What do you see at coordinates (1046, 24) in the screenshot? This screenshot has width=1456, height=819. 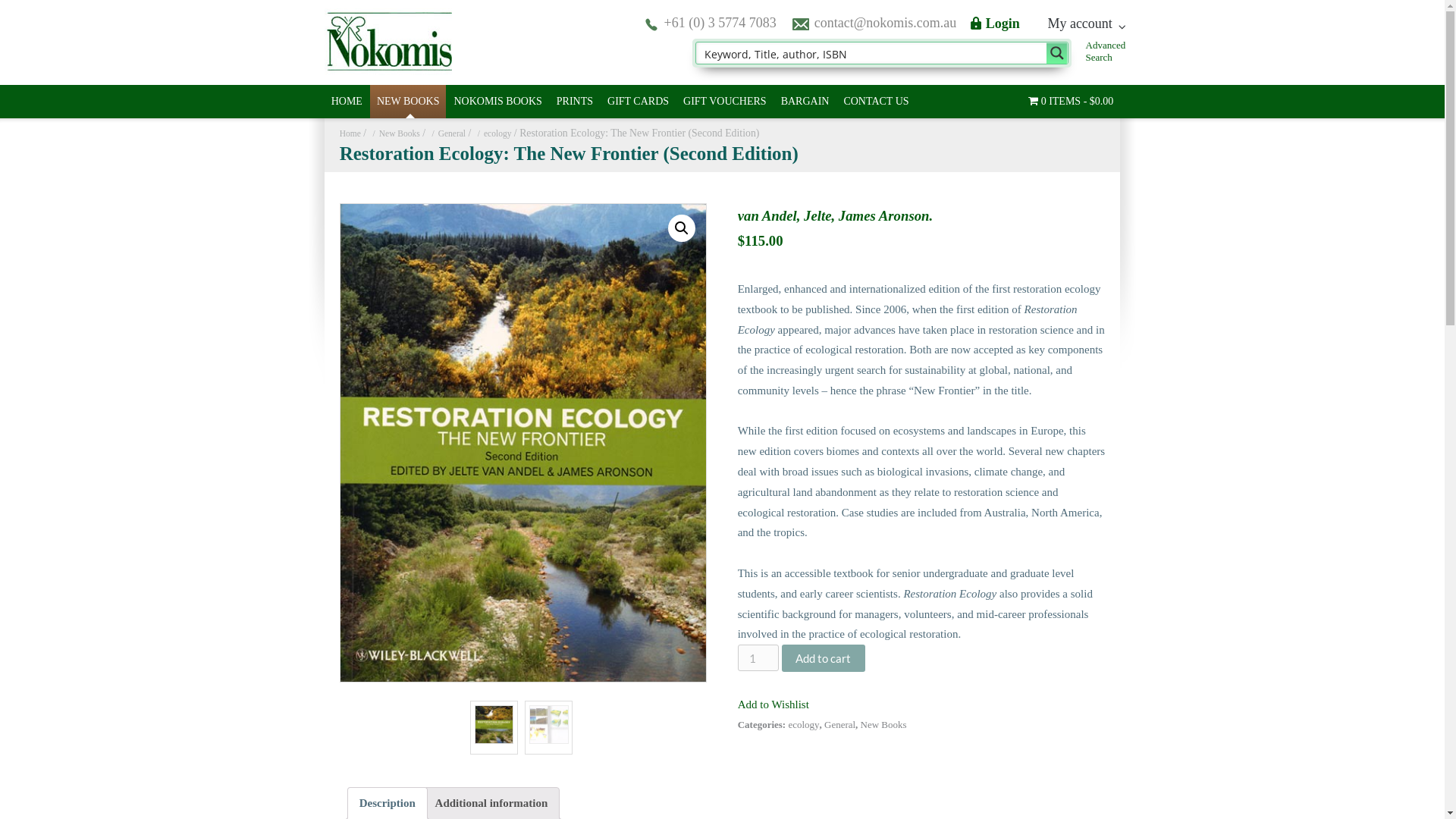 I see `'My account'` at bounding box center [1046, 24].